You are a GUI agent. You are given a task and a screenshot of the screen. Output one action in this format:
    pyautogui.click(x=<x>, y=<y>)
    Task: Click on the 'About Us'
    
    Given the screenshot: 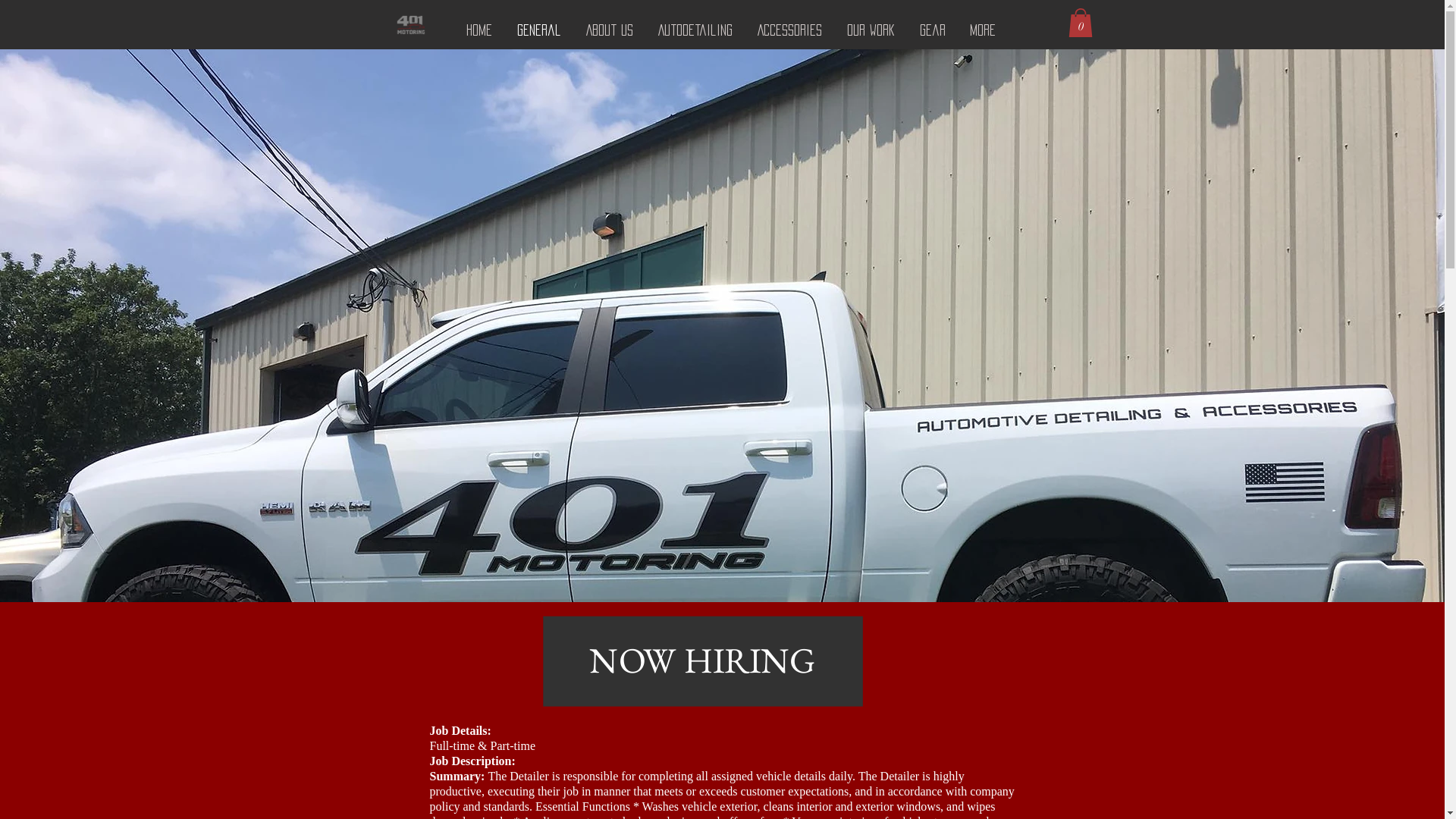 What is the action you would take?
    pyautogui.click(x=572, y=30)
    